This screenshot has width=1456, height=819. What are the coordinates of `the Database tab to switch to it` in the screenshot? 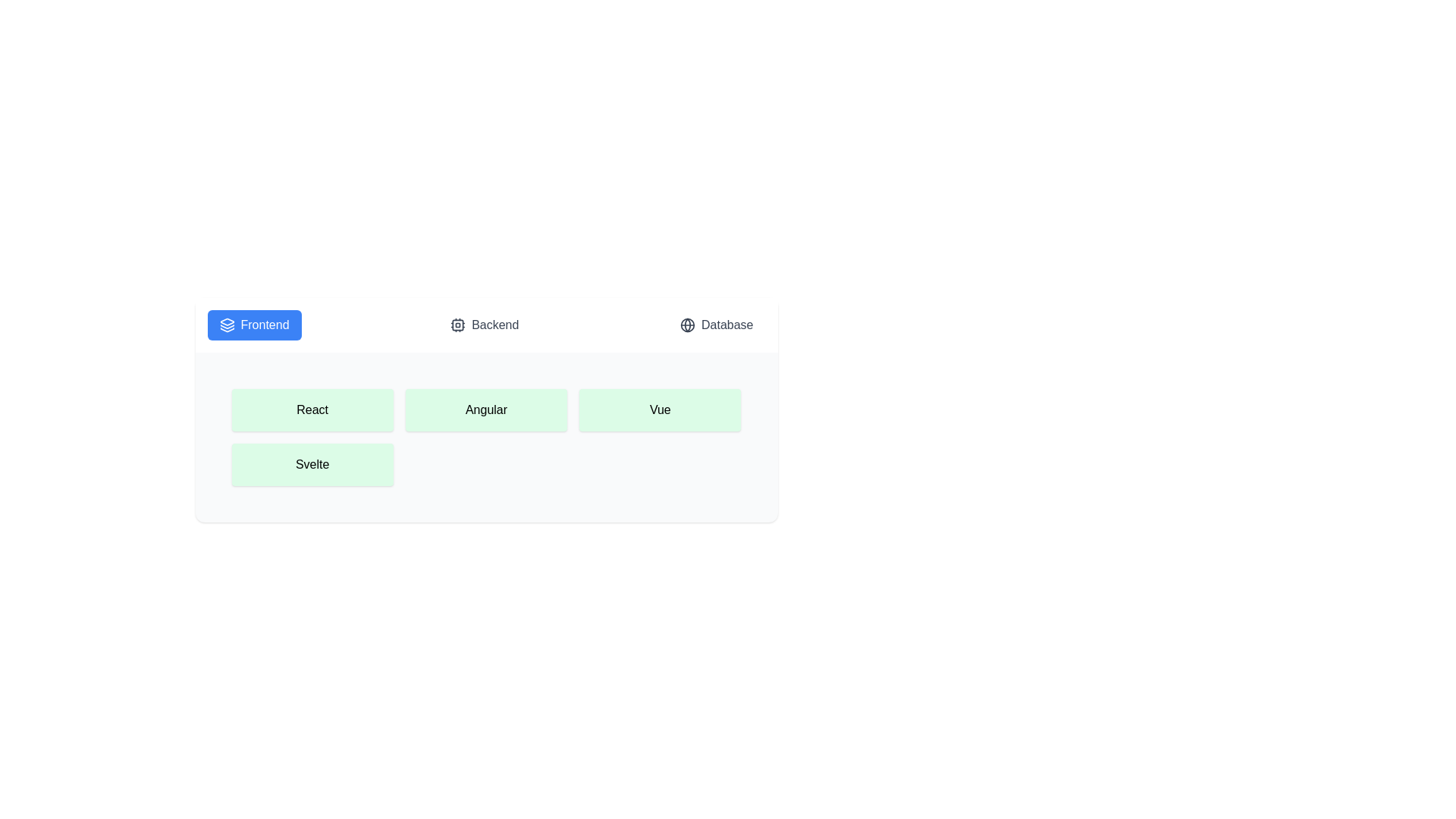 It's located at (716, 324).